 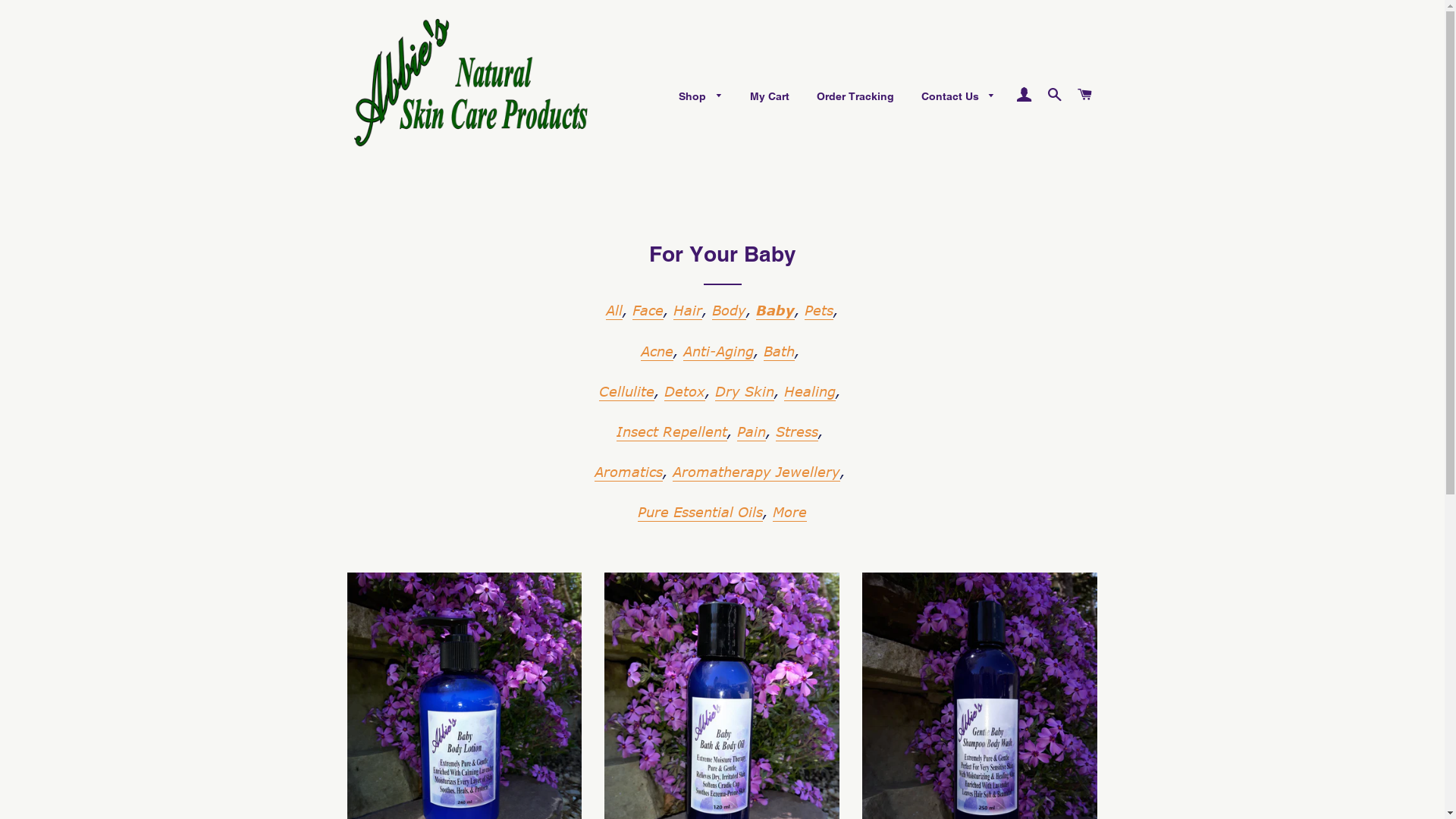 I want to click on 'Shop', so click(x=699, y=96).